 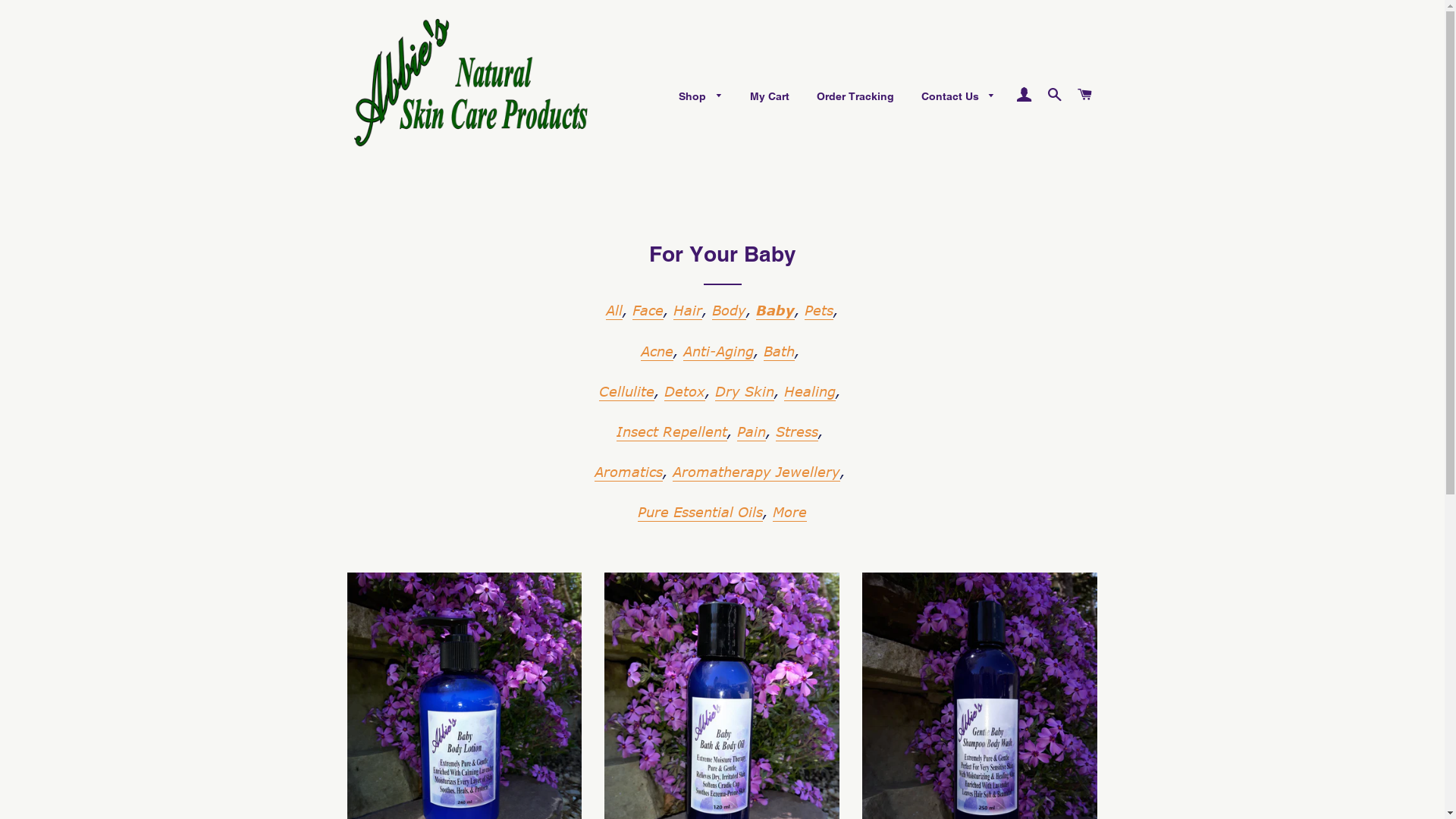 I want to click on 'Shop', so click(x=699, y=96).